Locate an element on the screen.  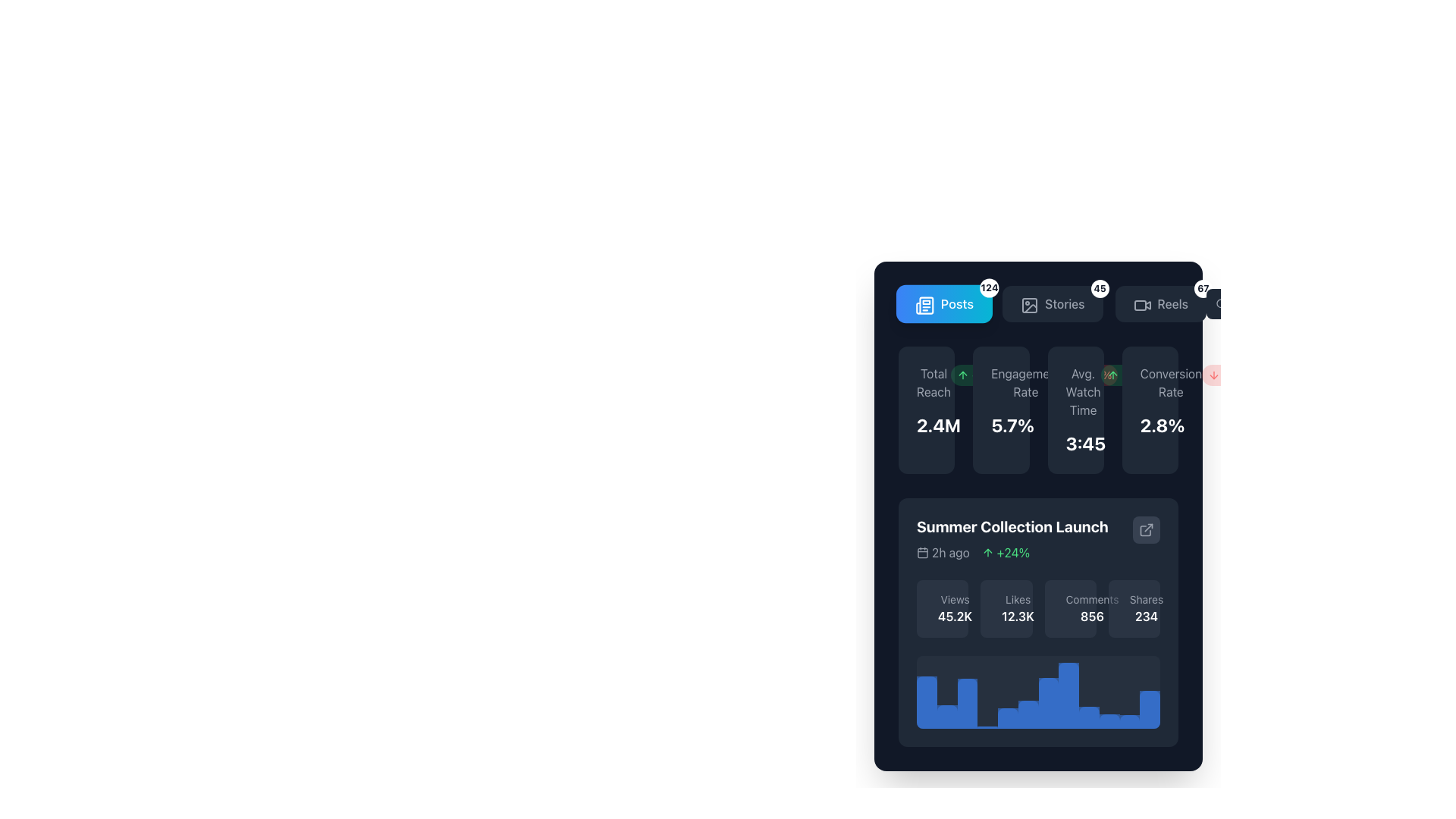
conversion rate value displayed in the text label located at the bottom of the 'Conversion Rate' card is located at coordinates (1150, 425).